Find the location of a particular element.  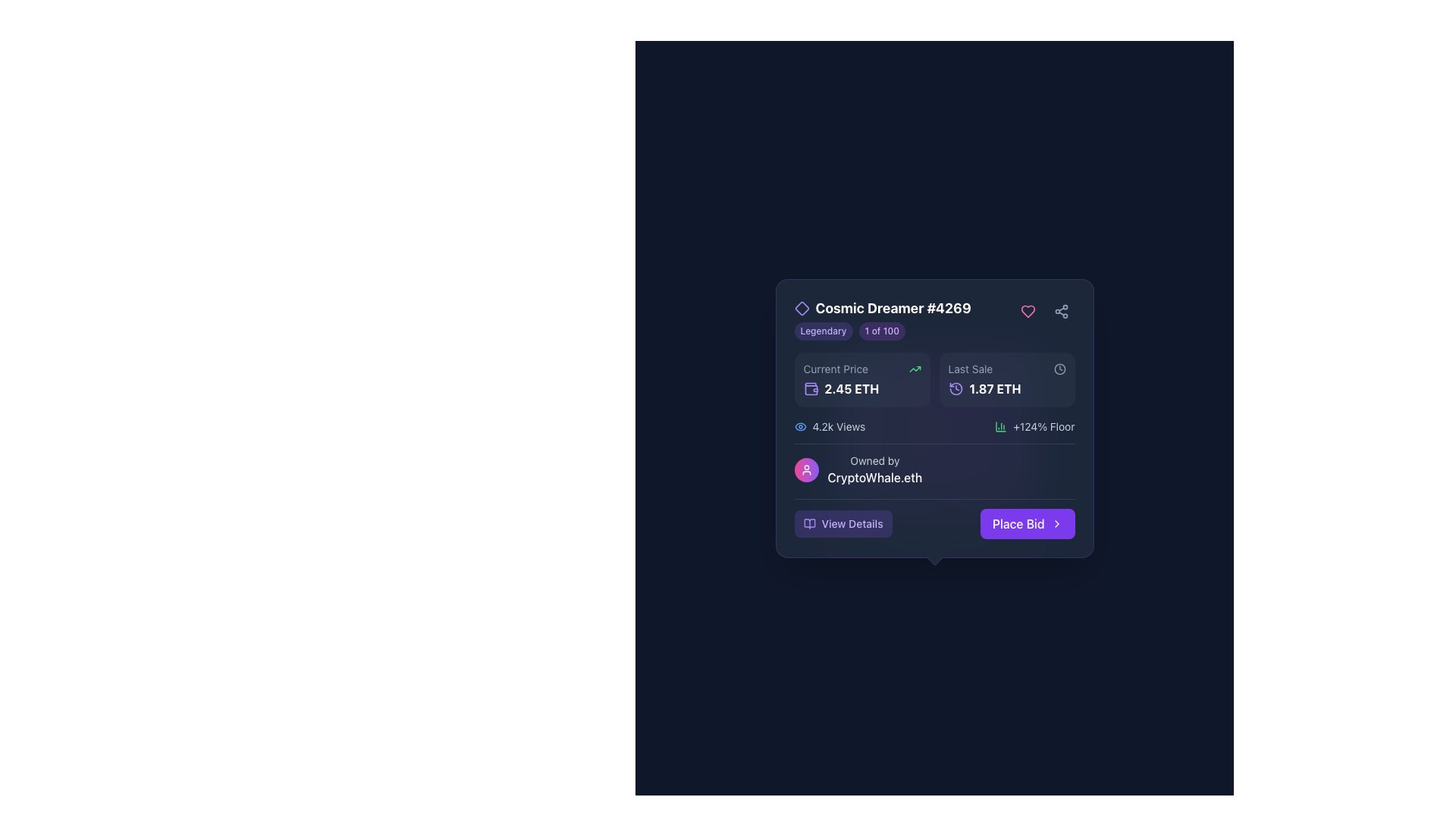

the 'Legendary' badge, which is the first of two adjacent badges in the top-left area of the card-like component, before the badge labeled '1 of 100' is located at coordinates (823, 330).